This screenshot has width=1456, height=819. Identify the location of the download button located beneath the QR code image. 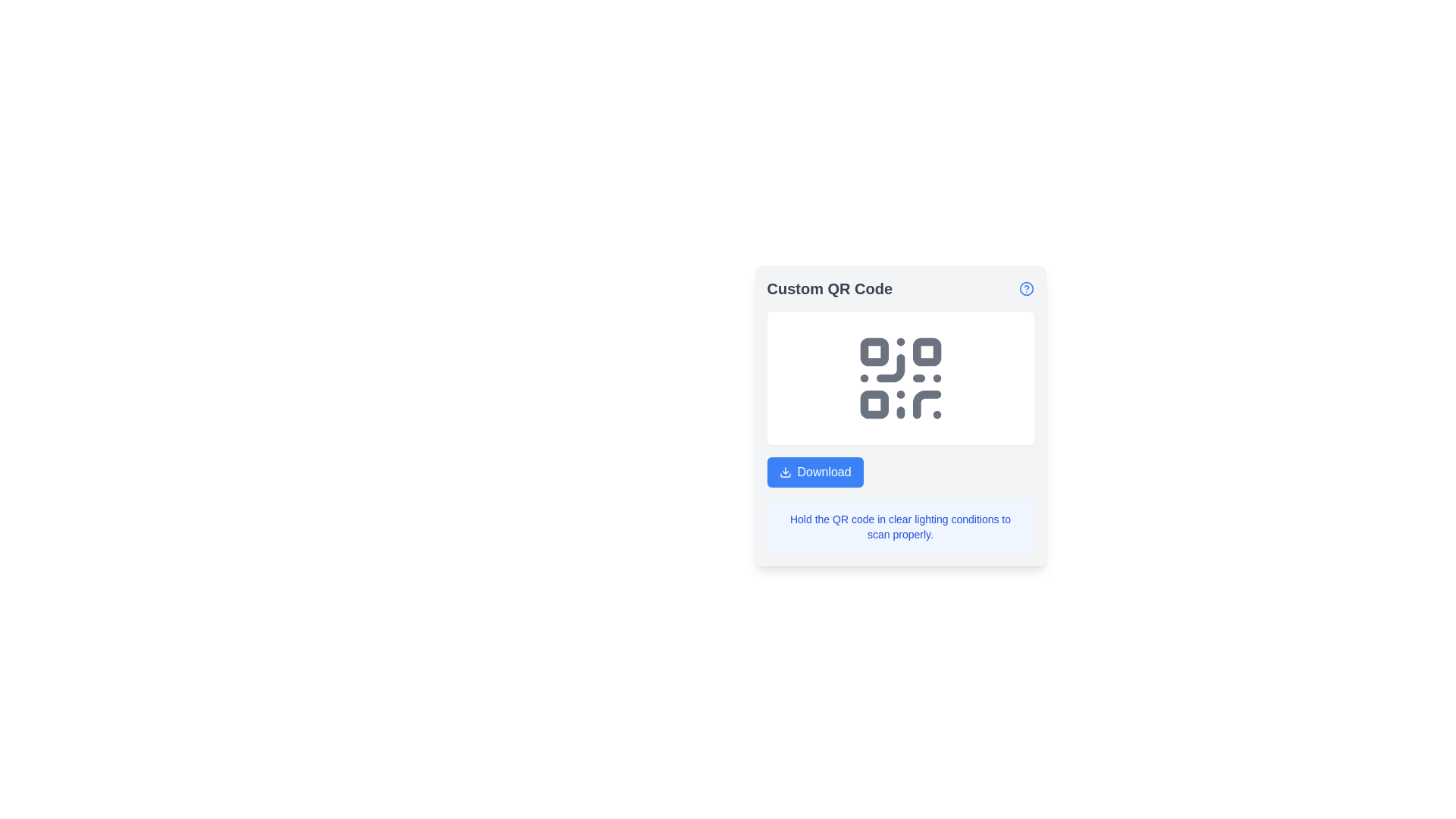
(900, 472).